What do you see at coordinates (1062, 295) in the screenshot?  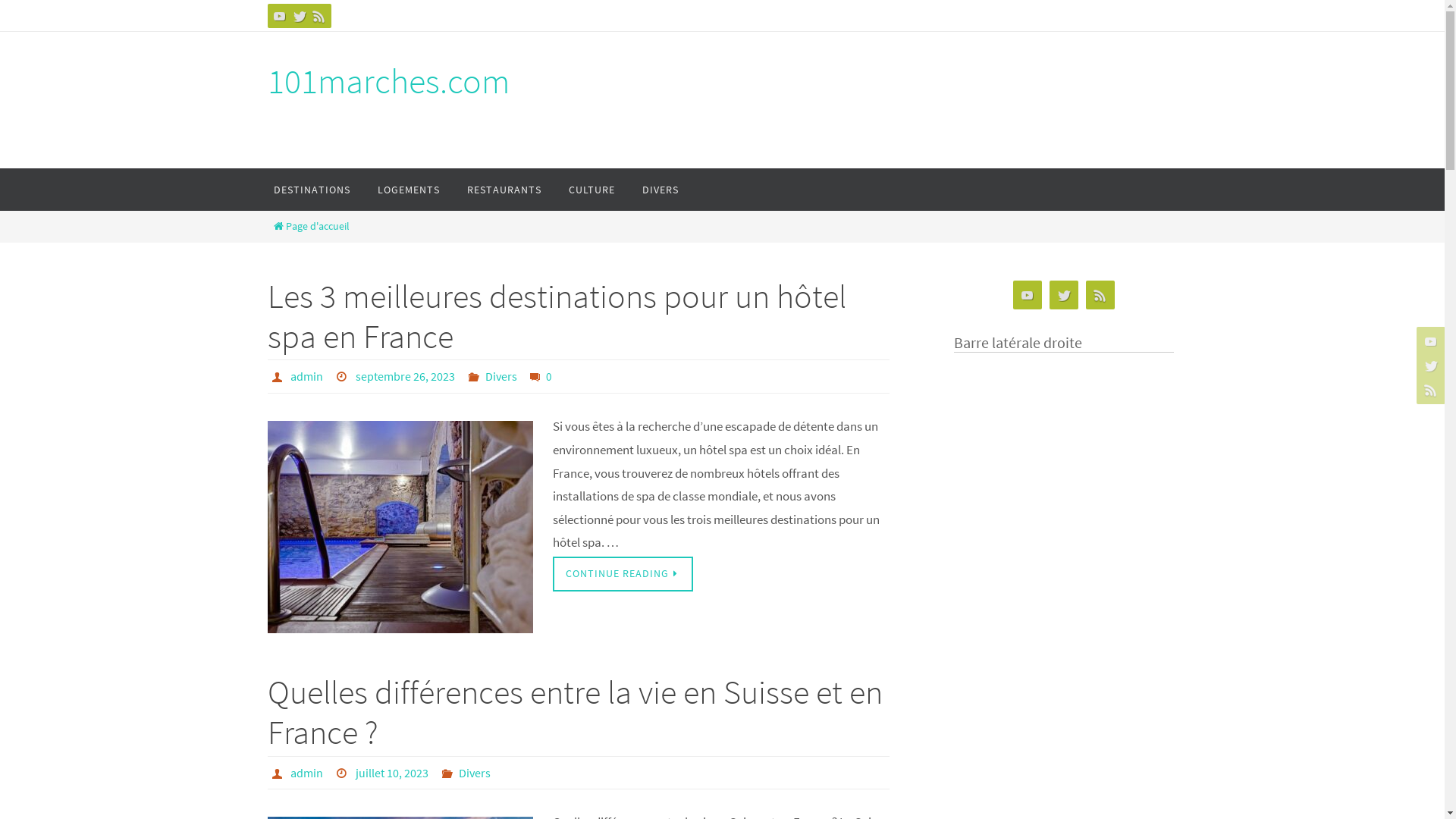 I see `'Twitter'` at bounding box center [1062, 295].